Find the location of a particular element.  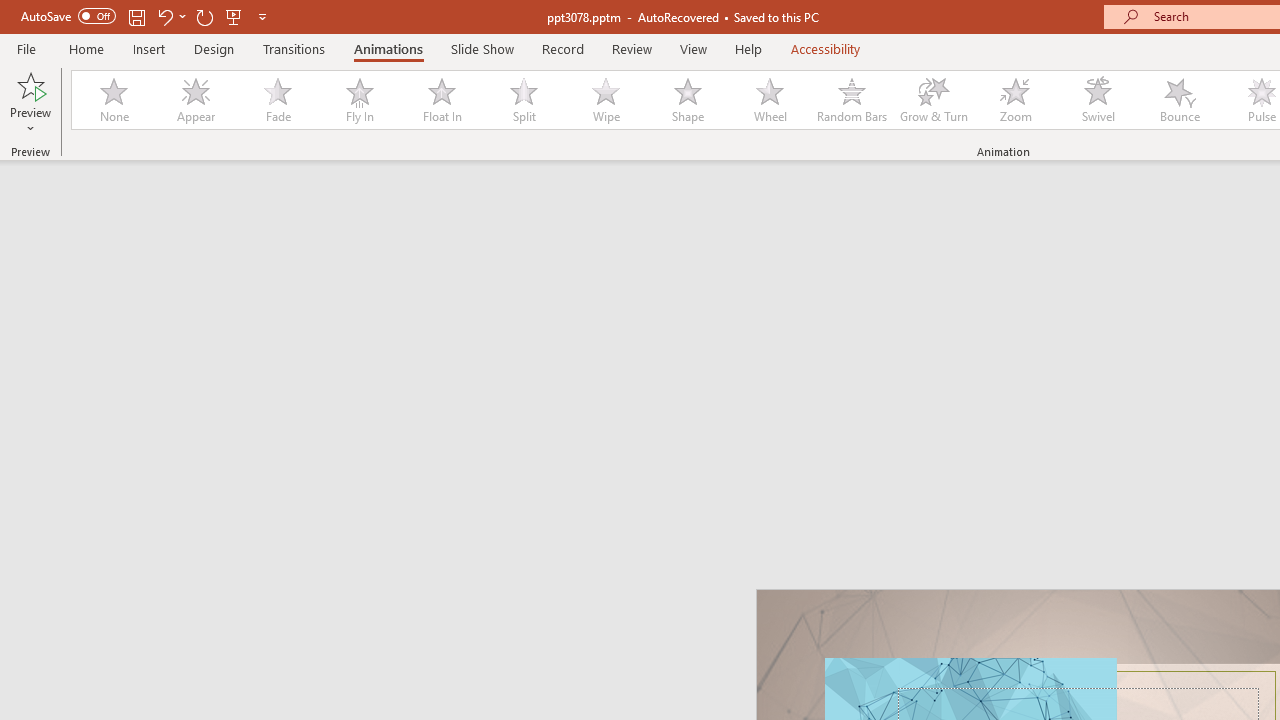

'None' is located at coordinates (112, 100).